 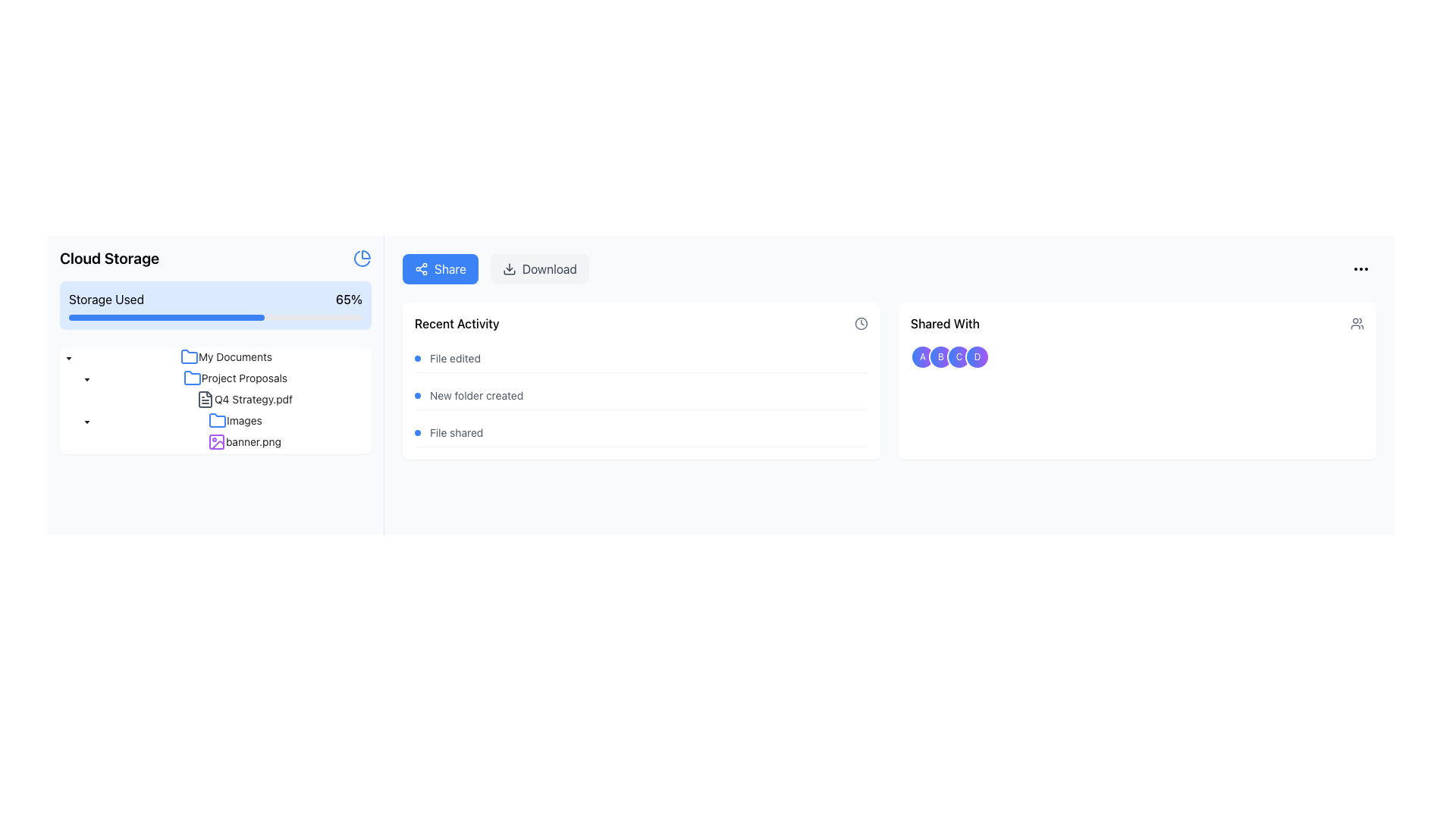 I want to click on the folder icon representing the 'Images' folder in the file hierarchy, so click(x=215, y=421).